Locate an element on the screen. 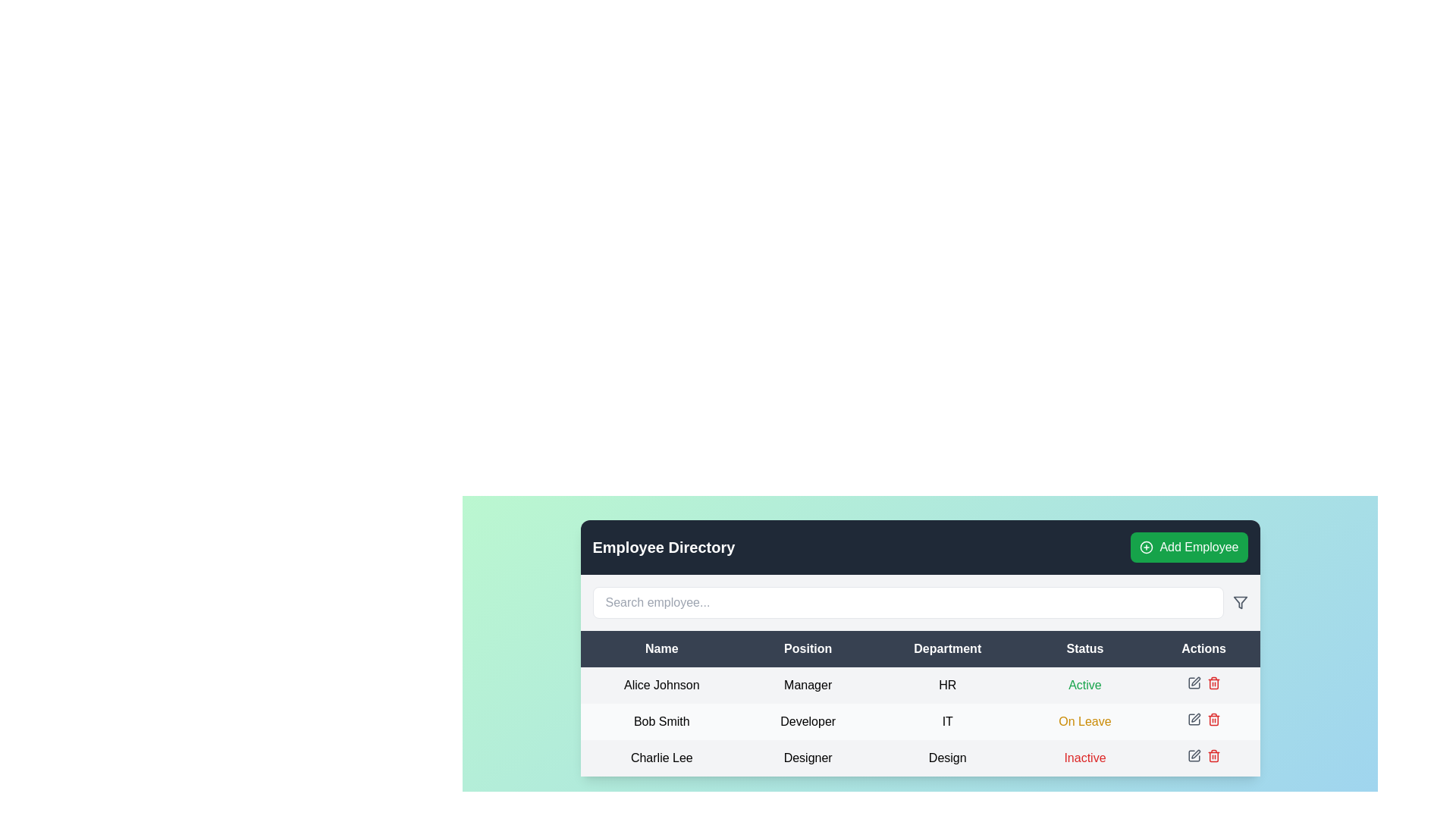 The height and width of the screenshot is (819, 1456). the Text element displaying the name of an employee, which is the first entry in the 'Name' column of the table is located at coordinates (661, 685).